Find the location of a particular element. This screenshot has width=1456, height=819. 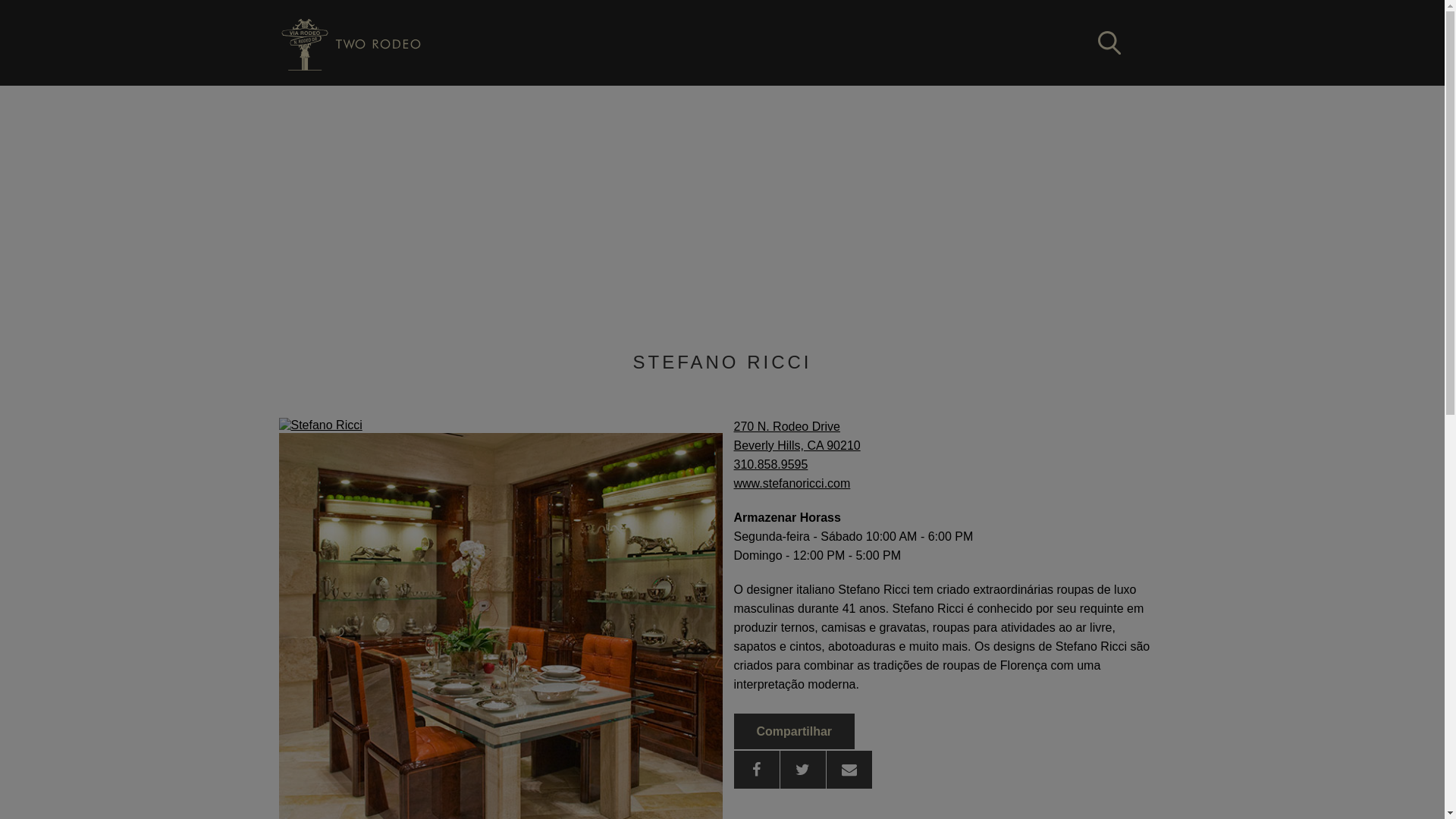

'www.stefanoricci.com' is located at coordinates (792, 483).